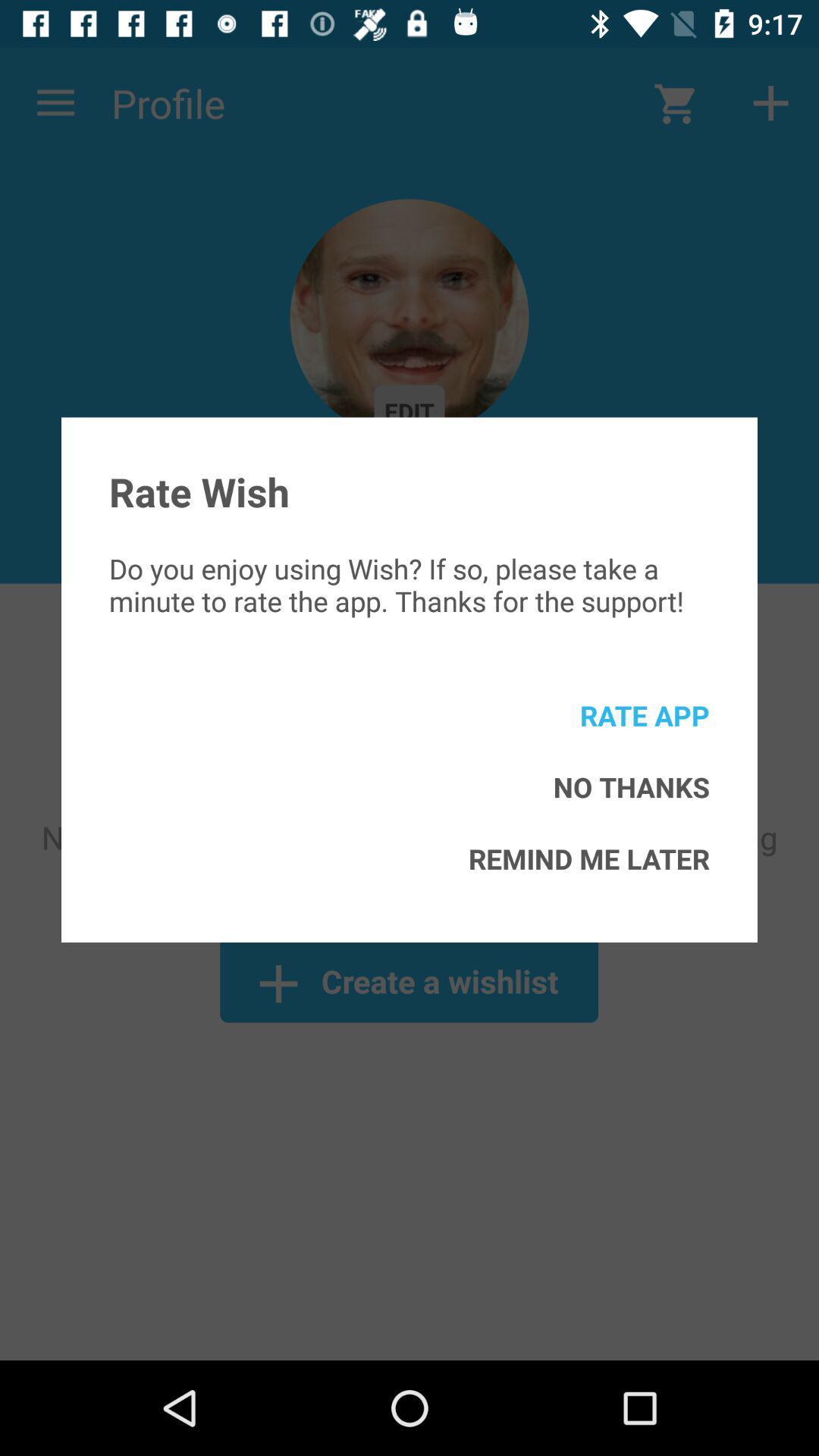  What do you see at coordinates (631, 786) in the screenshot?
I see `the no thanks icon` at bounding box center [631, 786].